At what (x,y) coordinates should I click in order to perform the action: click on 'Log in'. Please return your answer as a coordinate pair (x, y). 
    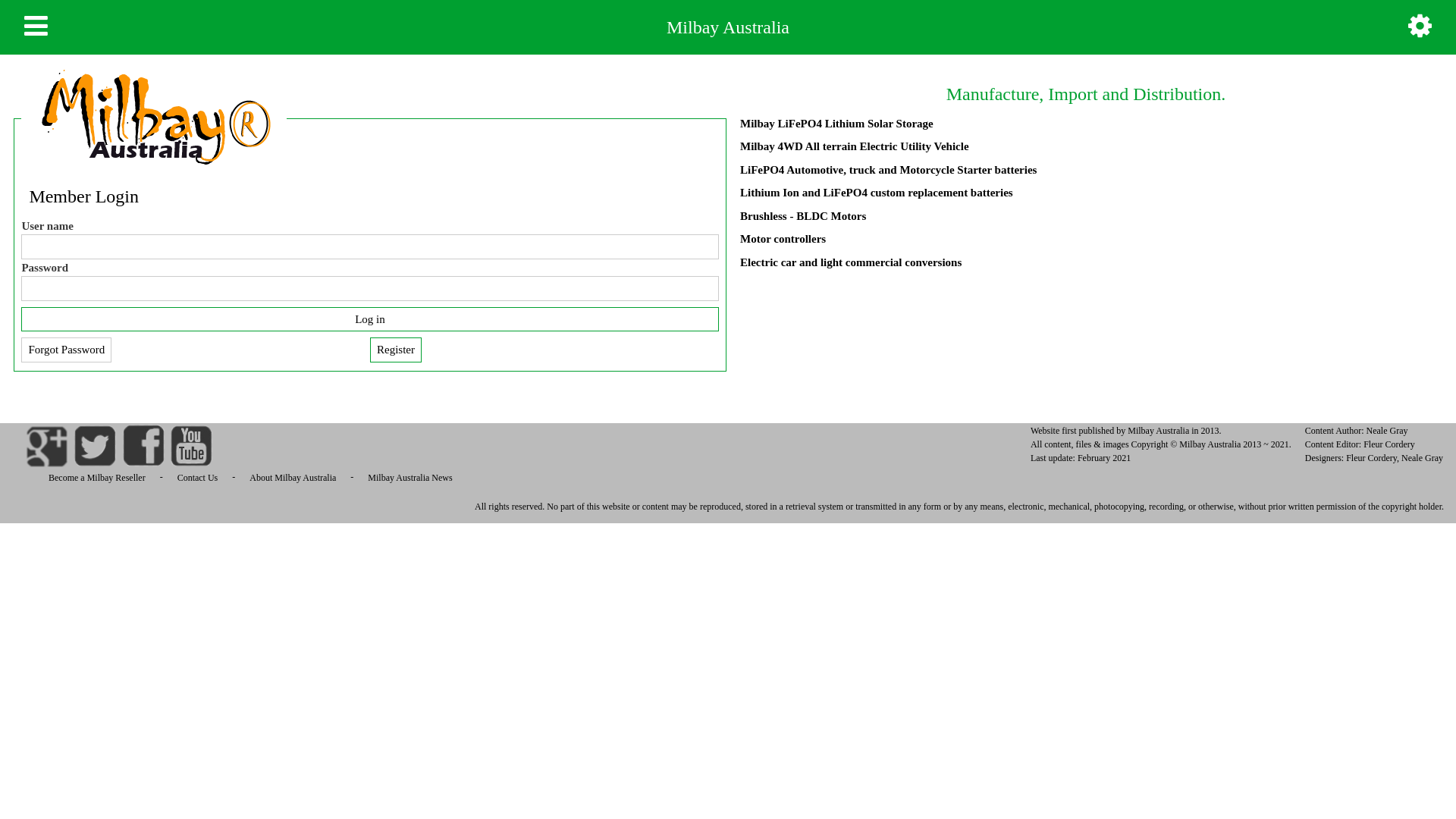
    Looking at the image, I should click on (369, 318).